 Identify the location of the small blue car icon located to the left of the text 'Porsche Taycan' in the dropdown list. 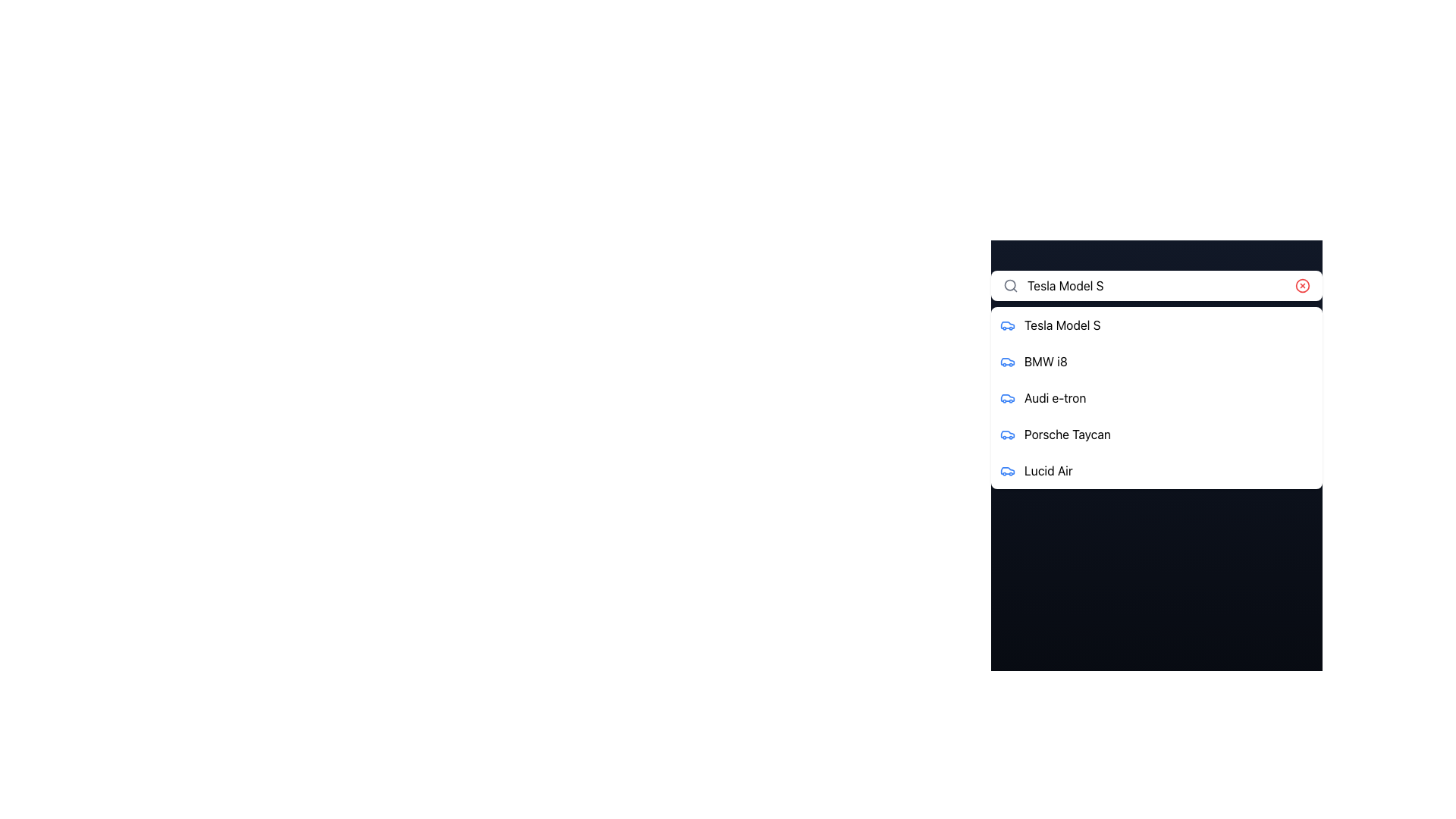
(1008, 435).